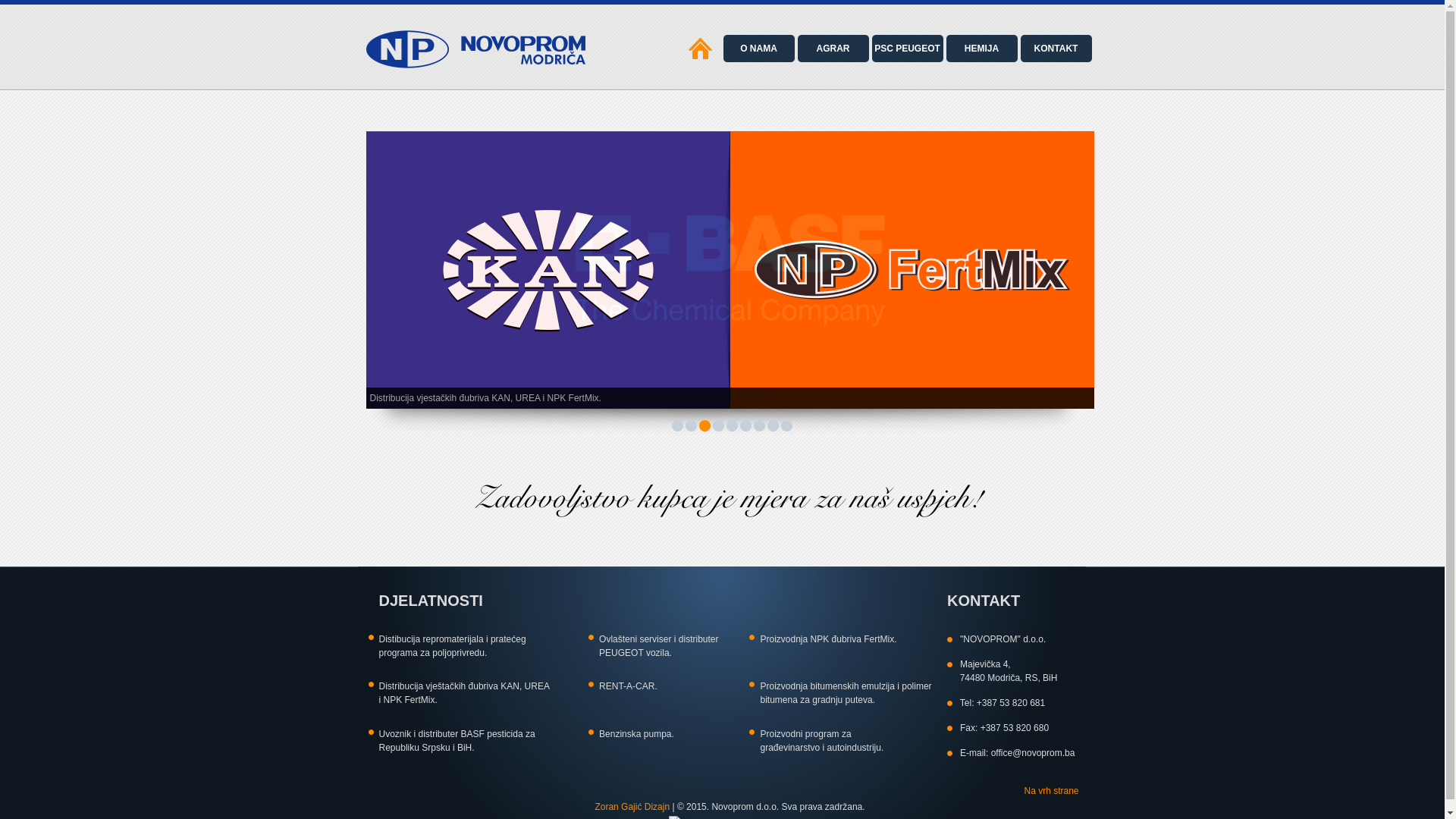 Image resolution: width=1456 pixels, height=819 pixels. Describe the element at coordinates (869, 48) in the screenshot. I see `'PSC PEUGEOT'` at that location.